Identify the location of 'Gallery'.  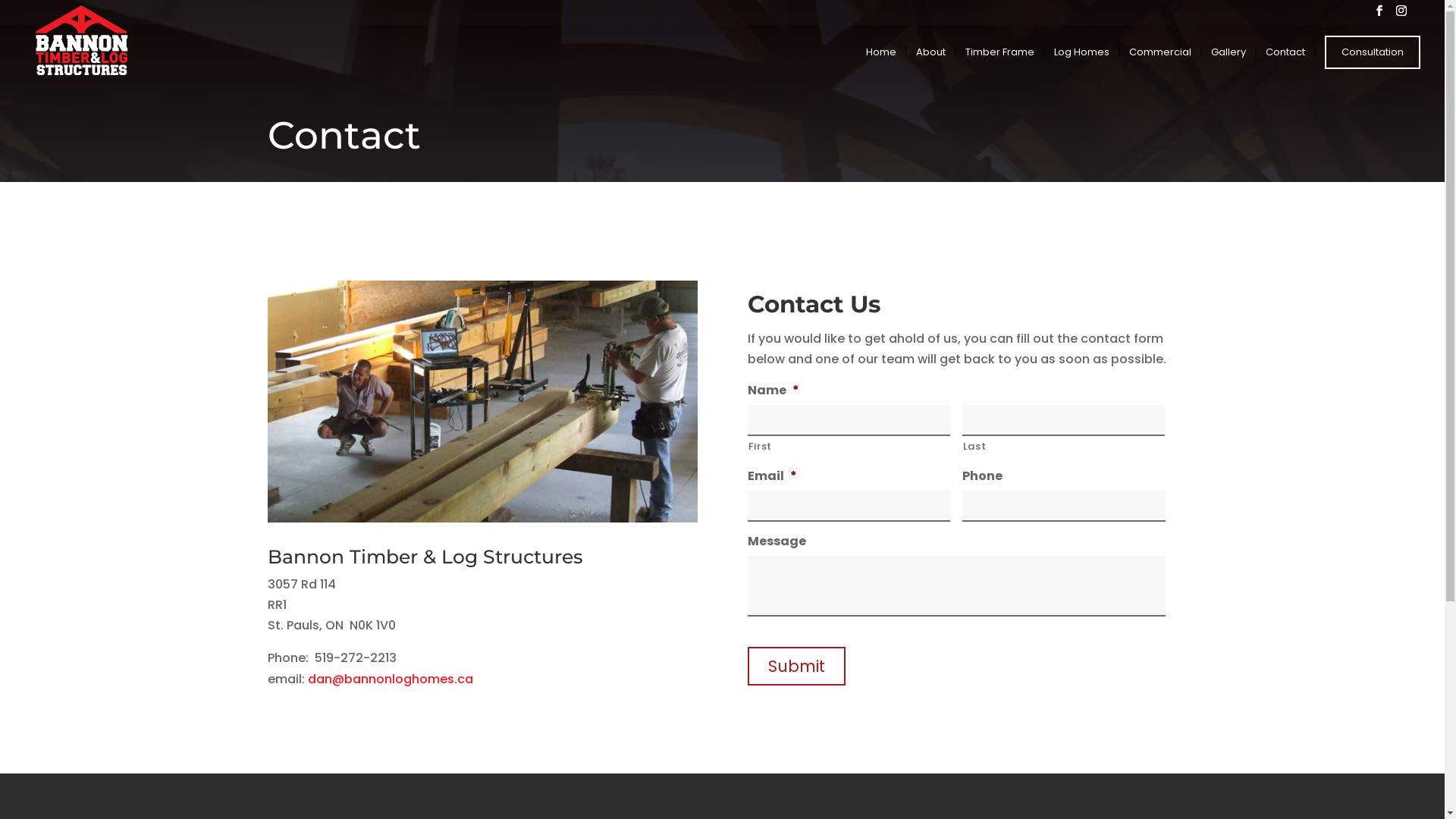
(1228, 62).